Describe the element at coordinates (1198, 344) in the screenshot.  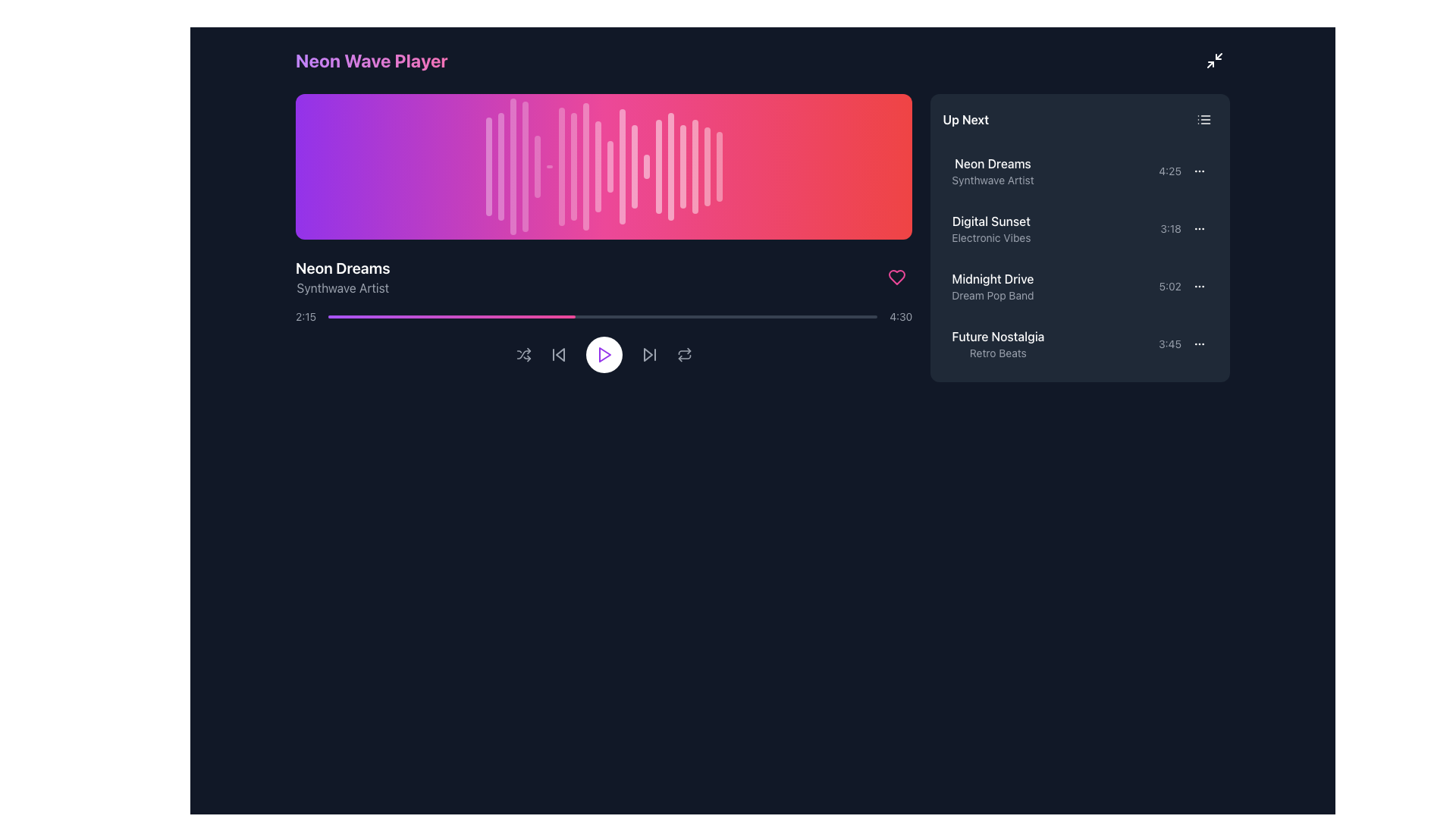
I see `the horizontal ellipsis icon located in the 'Up Next' section next to the song 'Future Nostalgia' by 'Retro Beats'` at that location.